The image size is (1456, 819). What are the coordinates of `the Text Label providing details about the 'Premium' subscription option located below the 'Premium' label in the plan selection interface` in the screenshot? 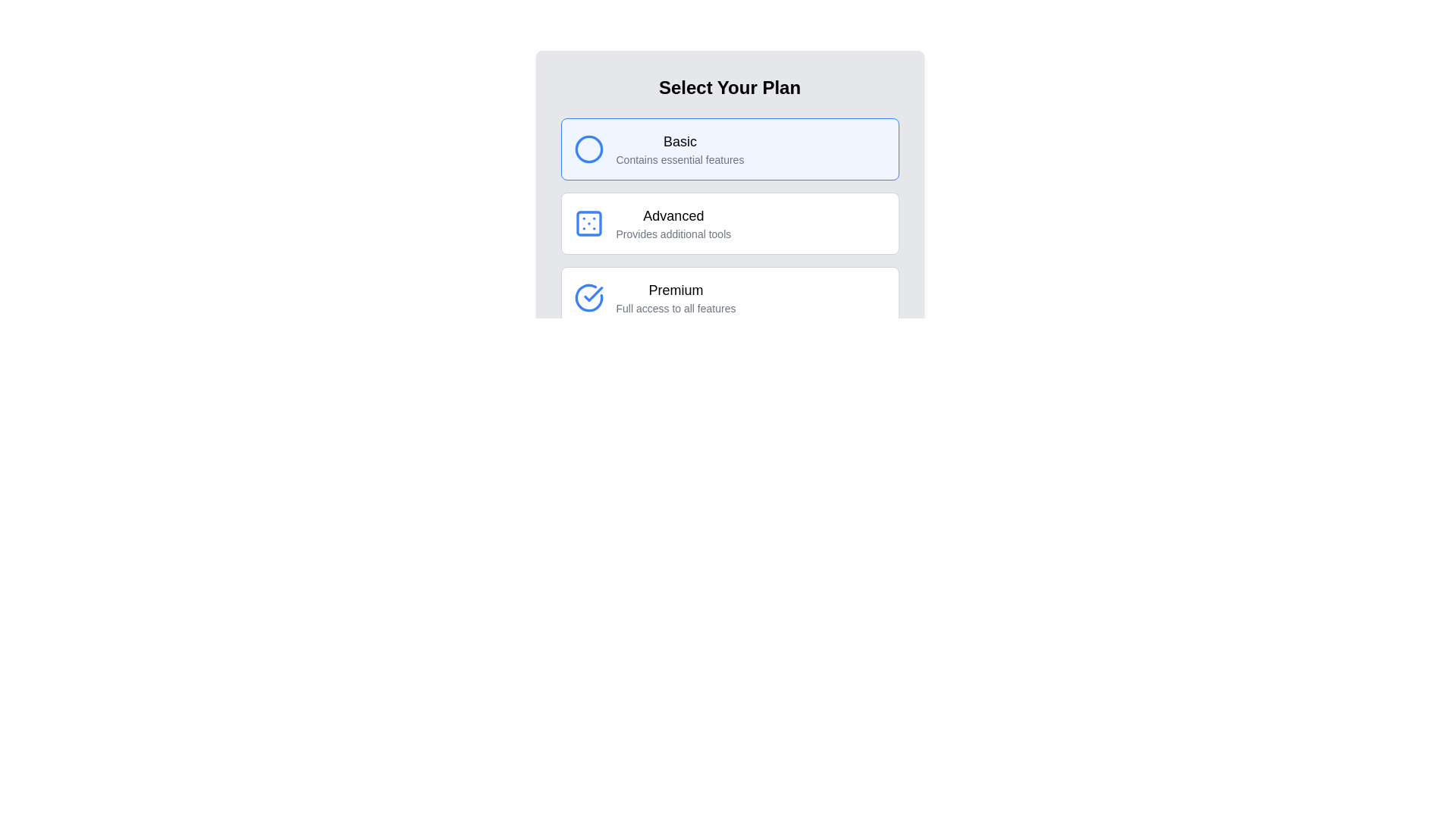 It's located at (675, 308).